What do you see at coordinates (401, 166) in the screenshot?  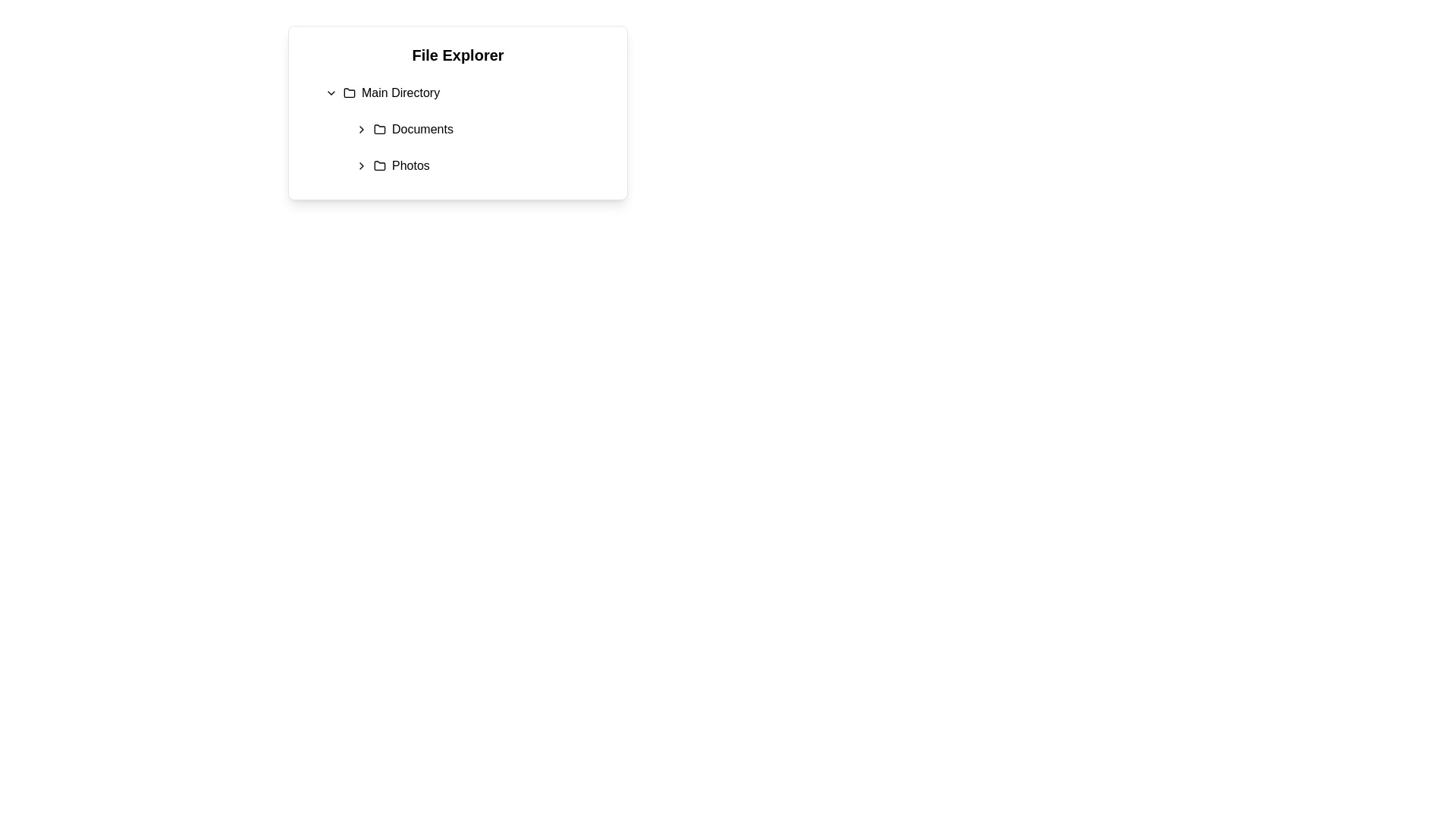 I see `the 'Photos' folder, which is the third item in the list after 'Documents'` at bounding box center [401, 166].